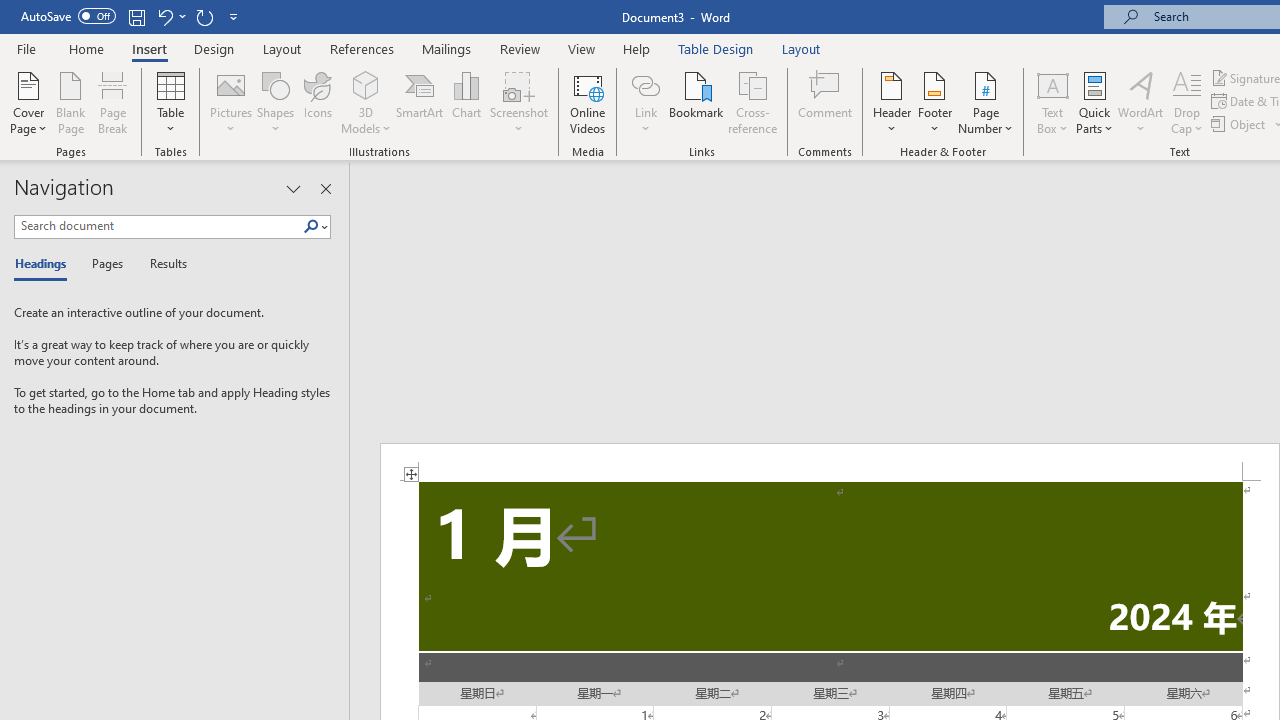 The height and width of the screenshot is (720, 1280). Describe the element at coordinates (310, 226) in the screenshot. I see `'Search'` at that location.